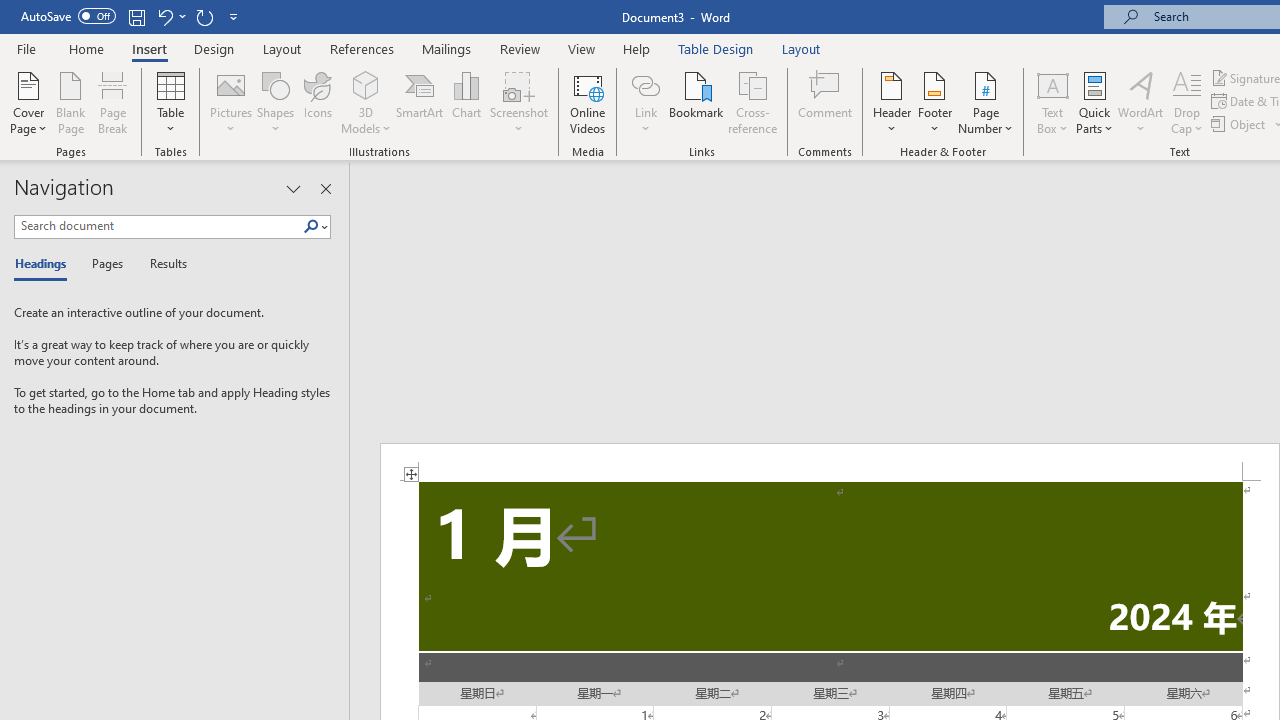 The height and width of the screenshot is (720, 1280). Describe the element at coordinates (310, 226) in the screenshot. I see `'Search'` at that location.